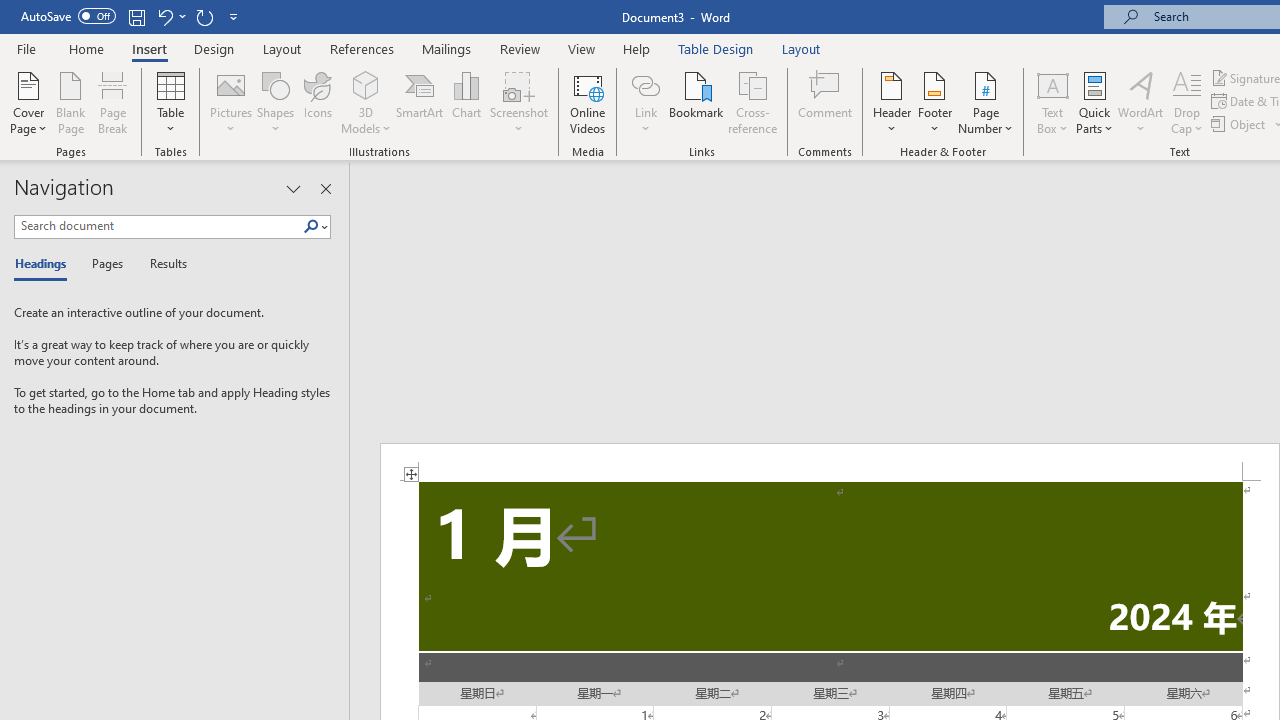 The height and width of the screenshot is (720, 1280). Describe the element at coordinates (310, 226) in the screenshot. I see `'Search'` at that location.